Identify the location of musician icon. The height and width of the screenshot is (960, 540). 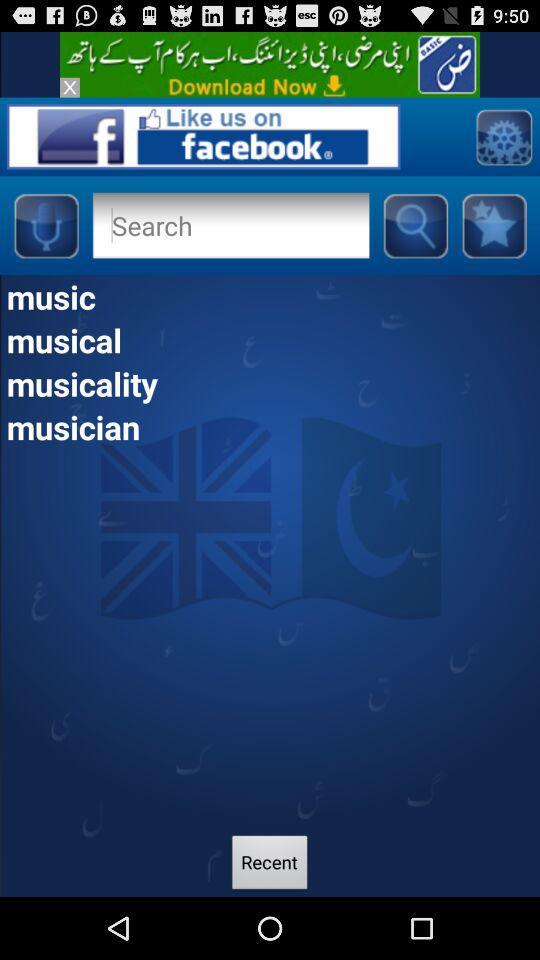
(270, 426).